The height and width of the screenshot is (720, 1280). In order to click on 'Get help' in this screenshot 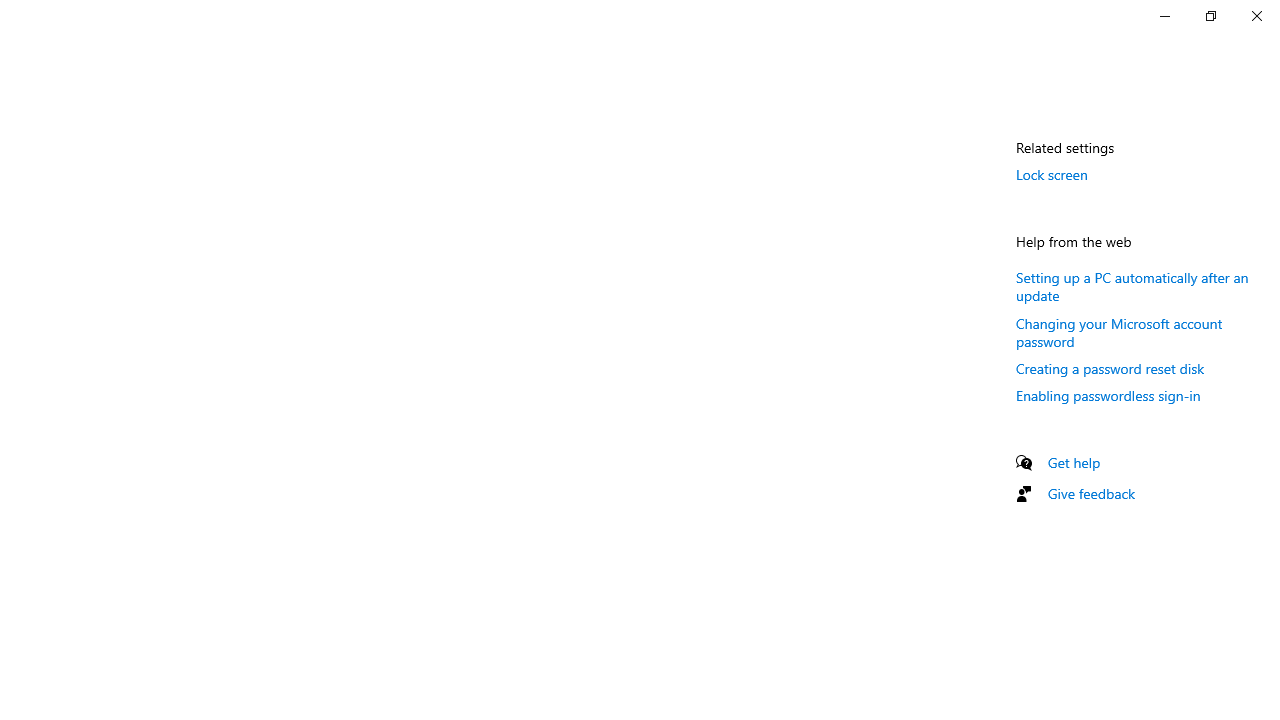, I will do `click(1073, 462)`.